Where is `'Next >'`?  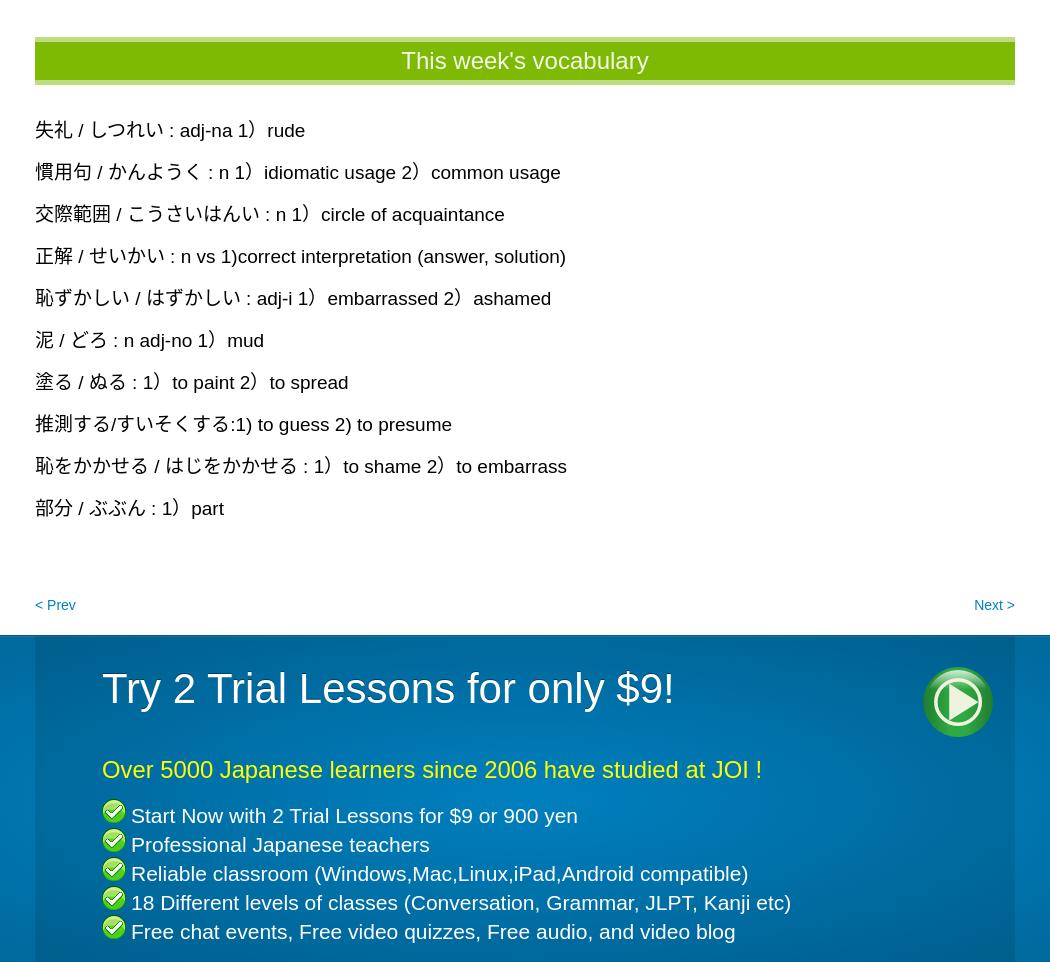 'Next >' is located at coordinates (994, 603).